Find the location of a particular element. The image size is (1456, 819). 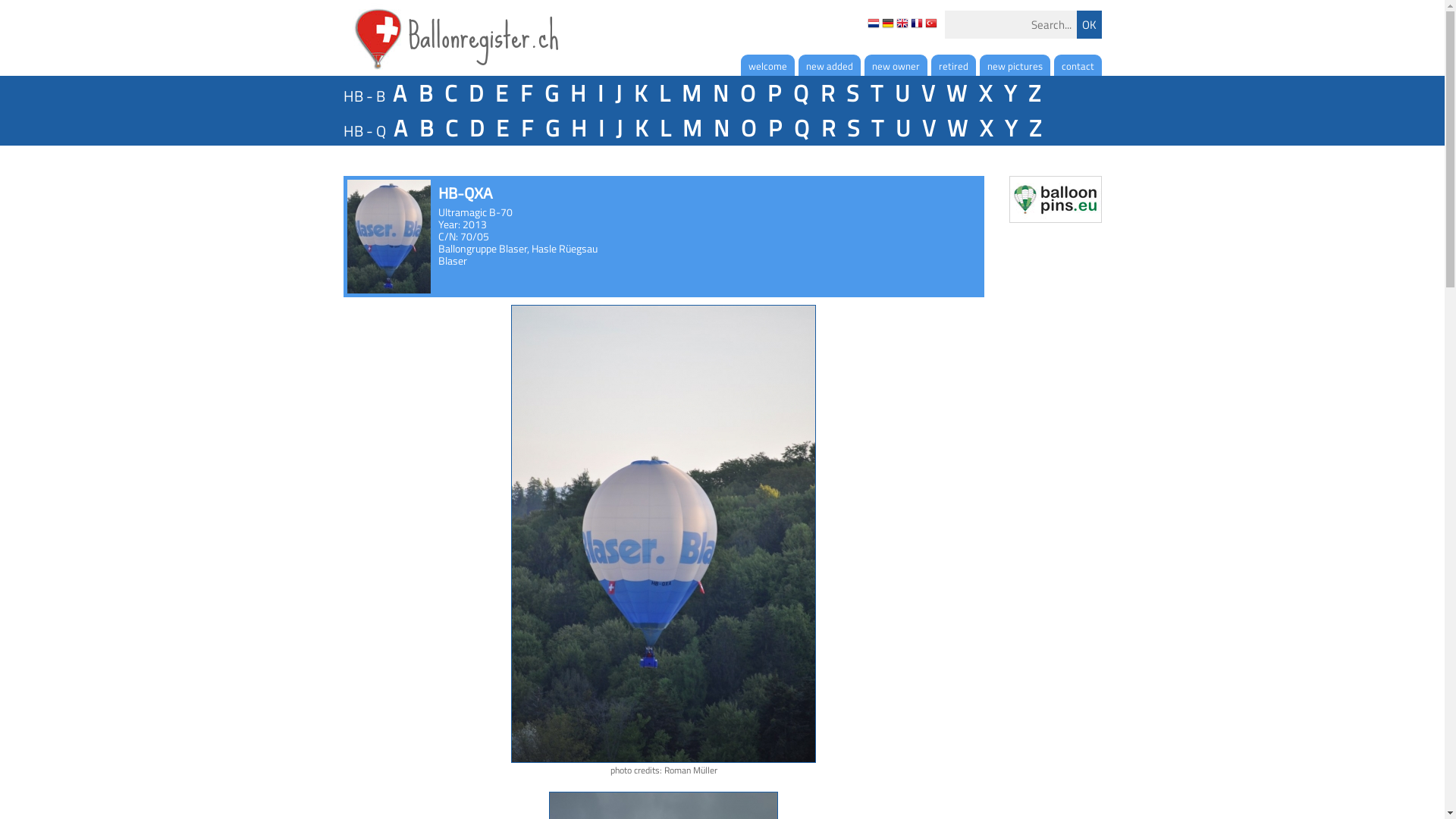

'H' is located at coordinates (577, 127).